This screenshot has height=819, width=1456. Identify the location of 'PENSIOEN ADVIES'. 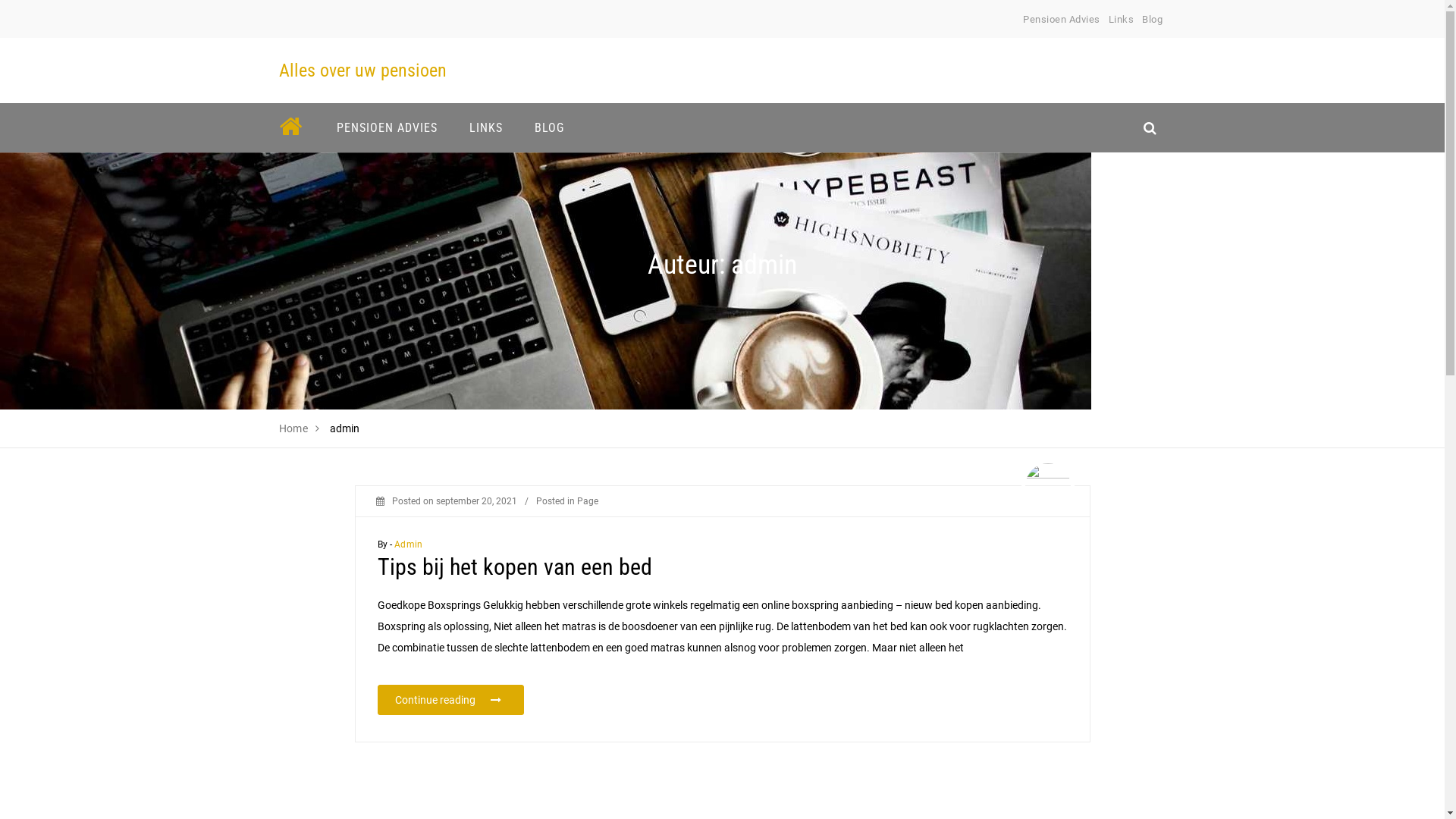
(325, 127).